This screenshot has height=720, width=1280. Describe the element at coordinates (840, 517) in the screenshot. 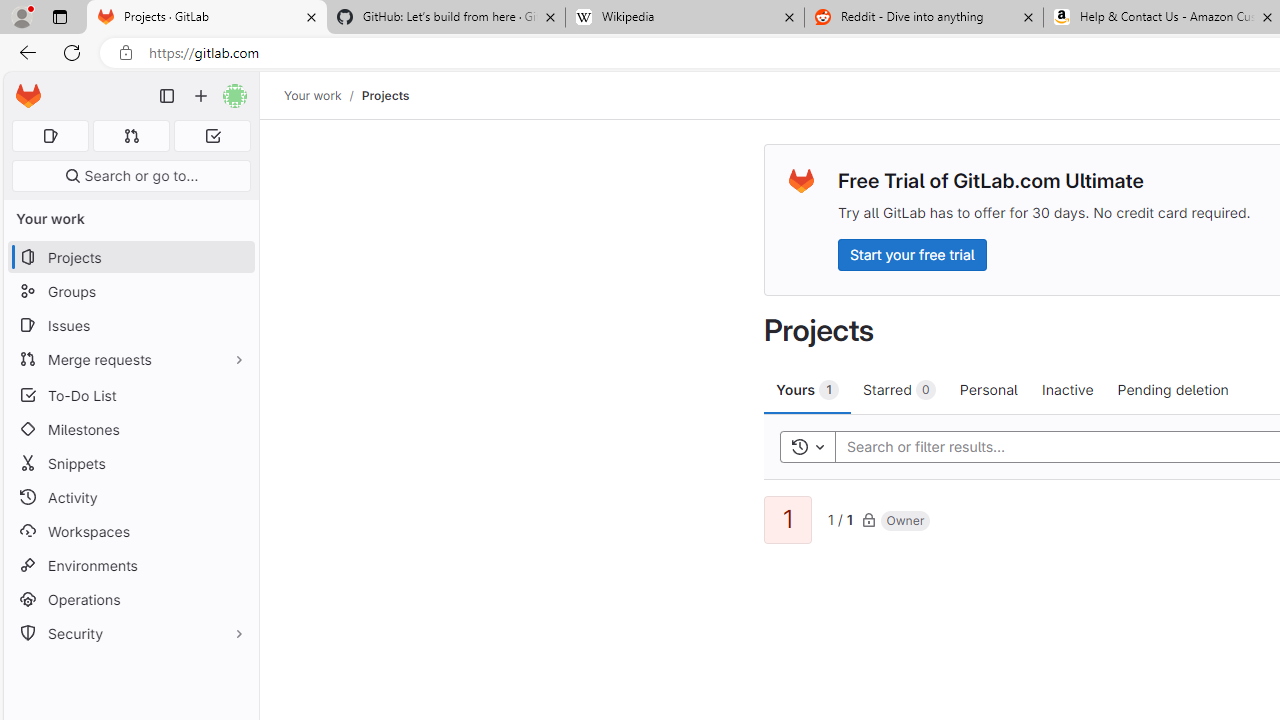

I see `'1 / 1'` at that location.